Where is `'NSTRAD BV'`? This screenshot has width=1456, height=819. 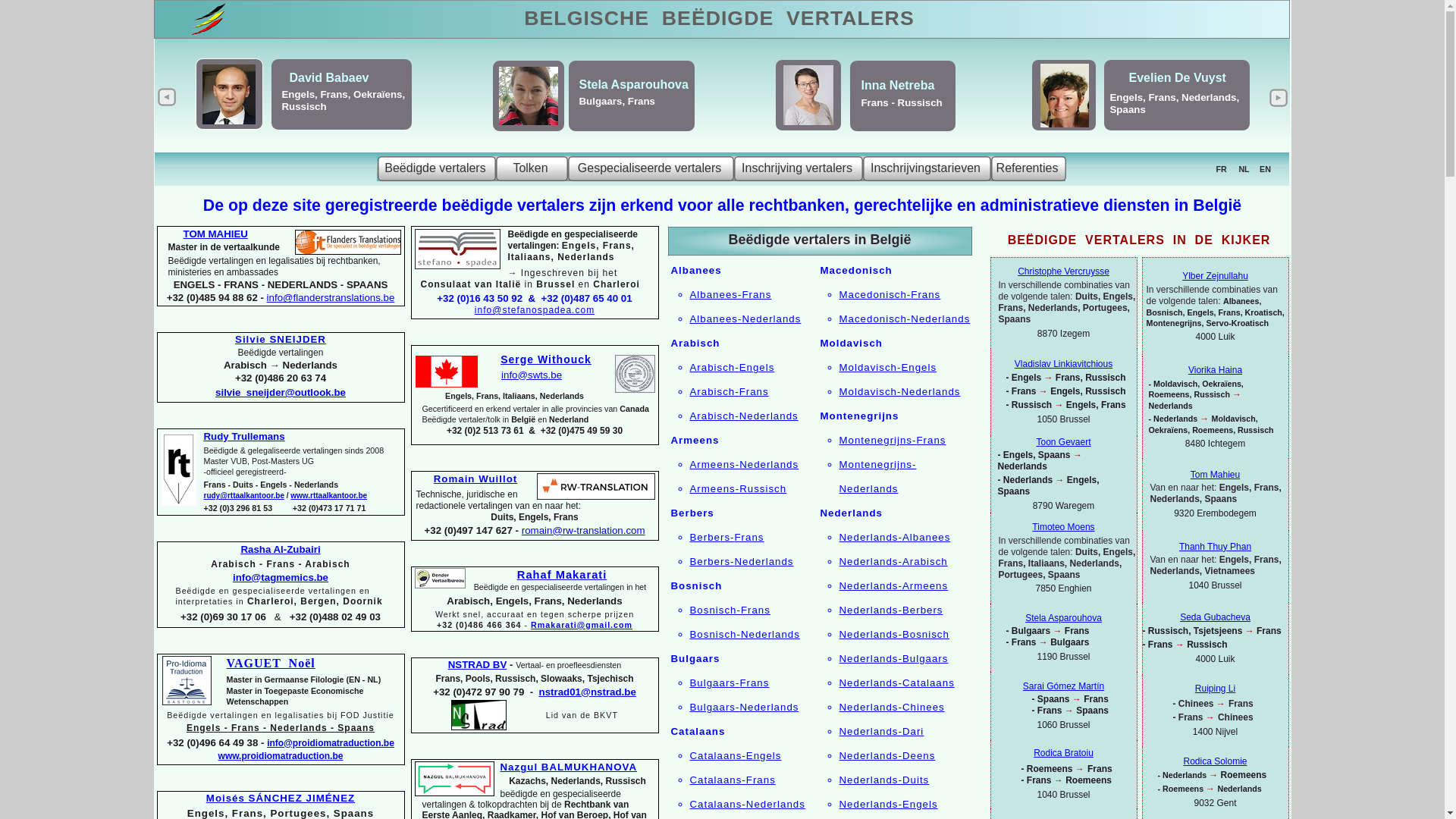
'NSTRAD BV' is located at coordinates (476, 664).